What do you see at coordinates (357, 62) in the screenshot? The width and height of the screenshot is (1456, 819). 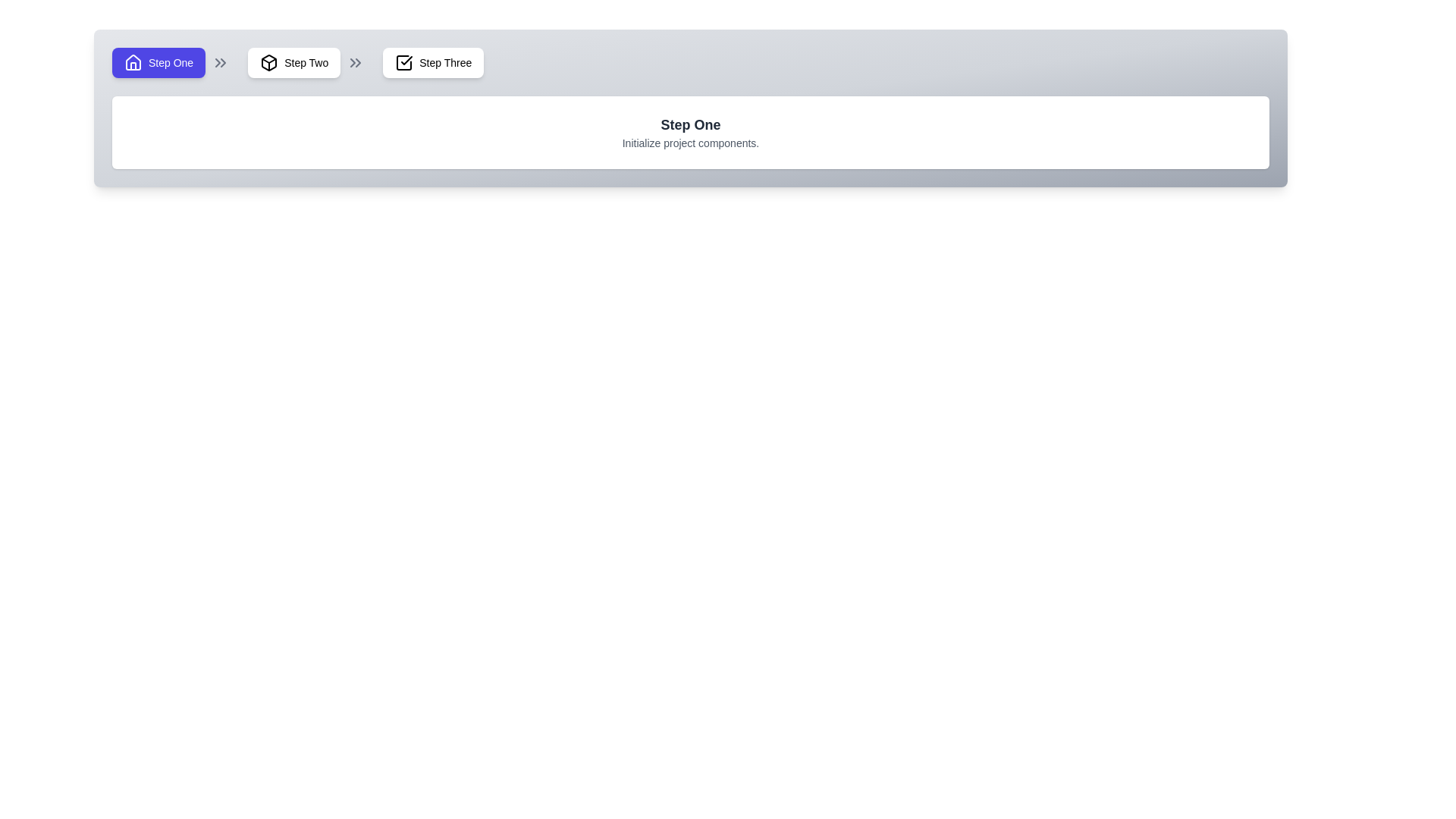 I see `the second chevron icon pointing right located between the 'Step Two' and 'Step Three' navigation buttons if it is interactive` at bounding box center [357, 62].